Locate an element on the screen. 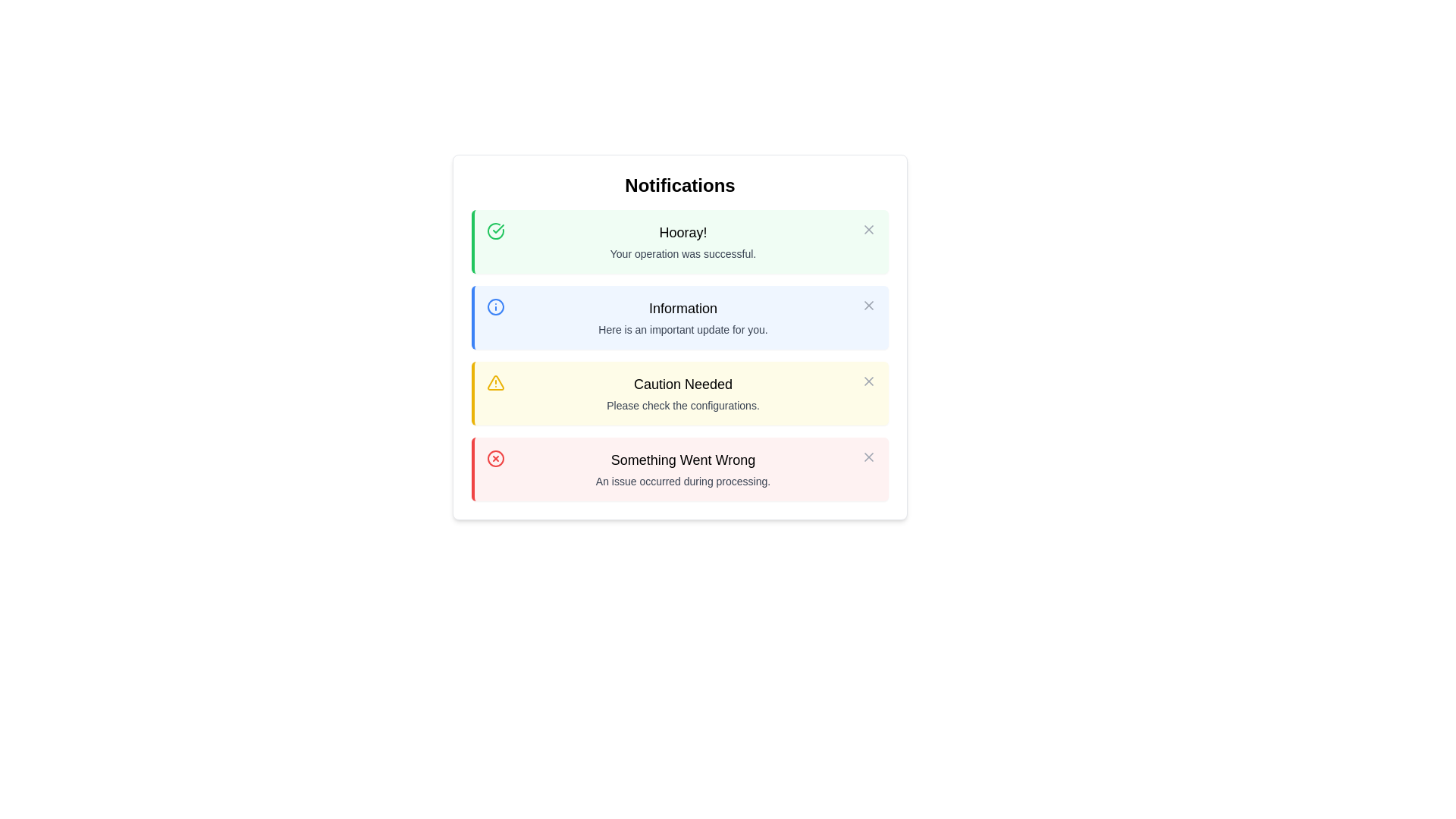  warning message displayed in the Notification box with the text 'Caution Needed' in bold and 'Please check the configurations.' in a smaller font is located at coordinates (682, 393).